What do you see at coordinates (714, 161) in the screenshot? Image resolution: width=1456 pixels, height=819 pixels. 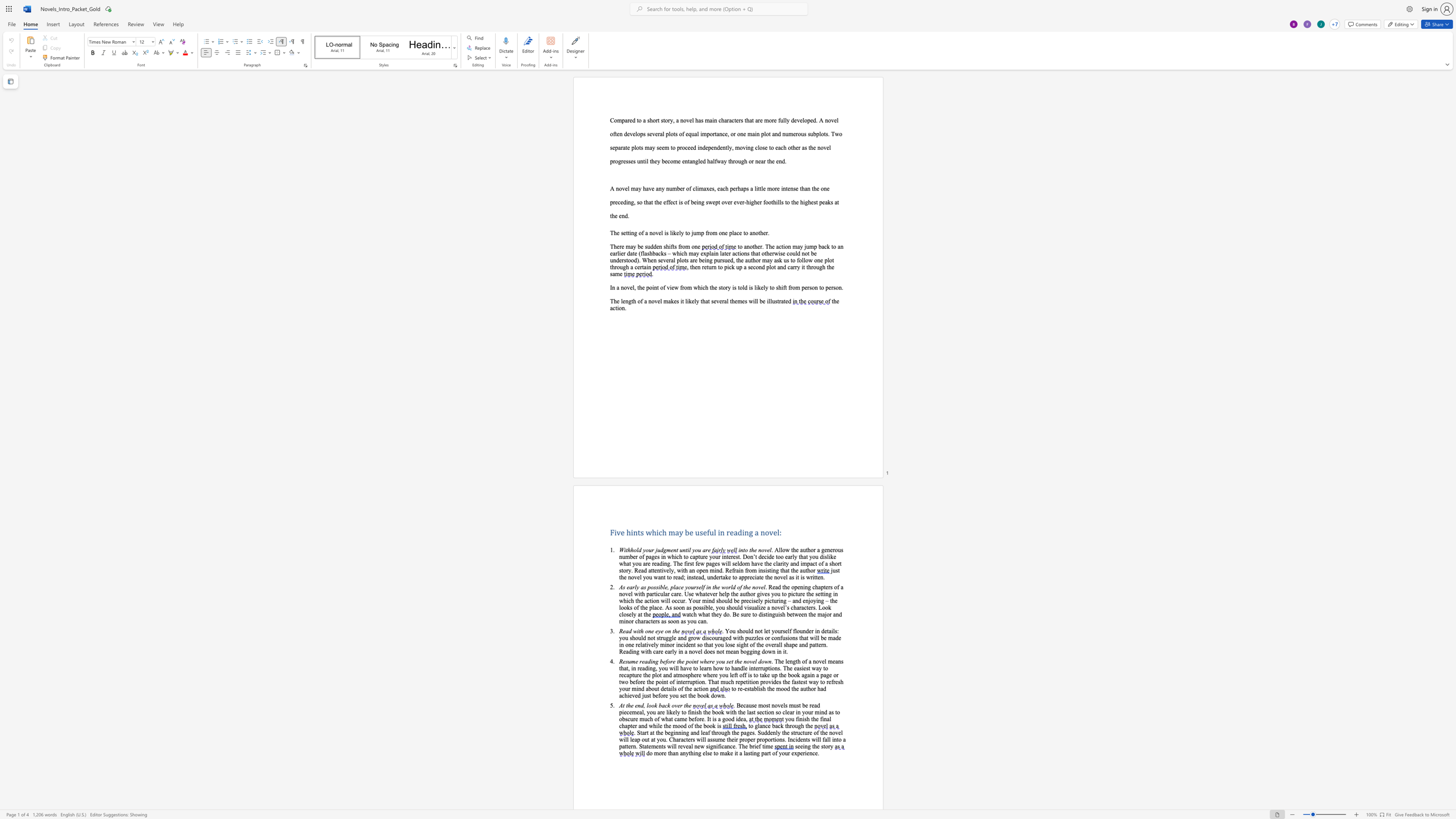 I see `the space between the continuous character "l" and "f" in the text` at bounding box center [714, 161].